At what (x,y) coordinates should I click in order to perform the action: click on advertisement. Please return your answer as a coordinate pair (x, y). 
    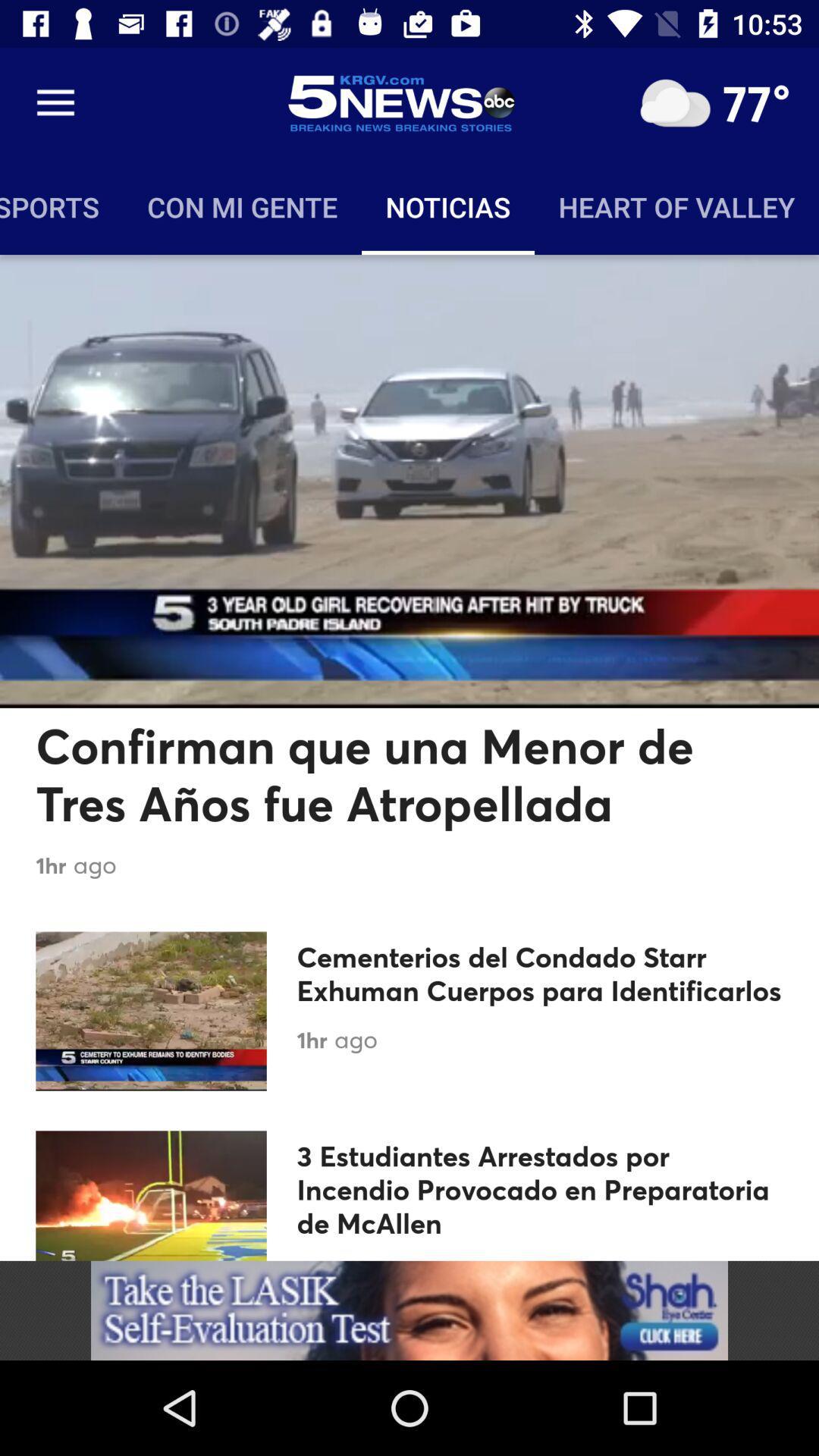
    Looking at the image, I should click on (409, 1310).